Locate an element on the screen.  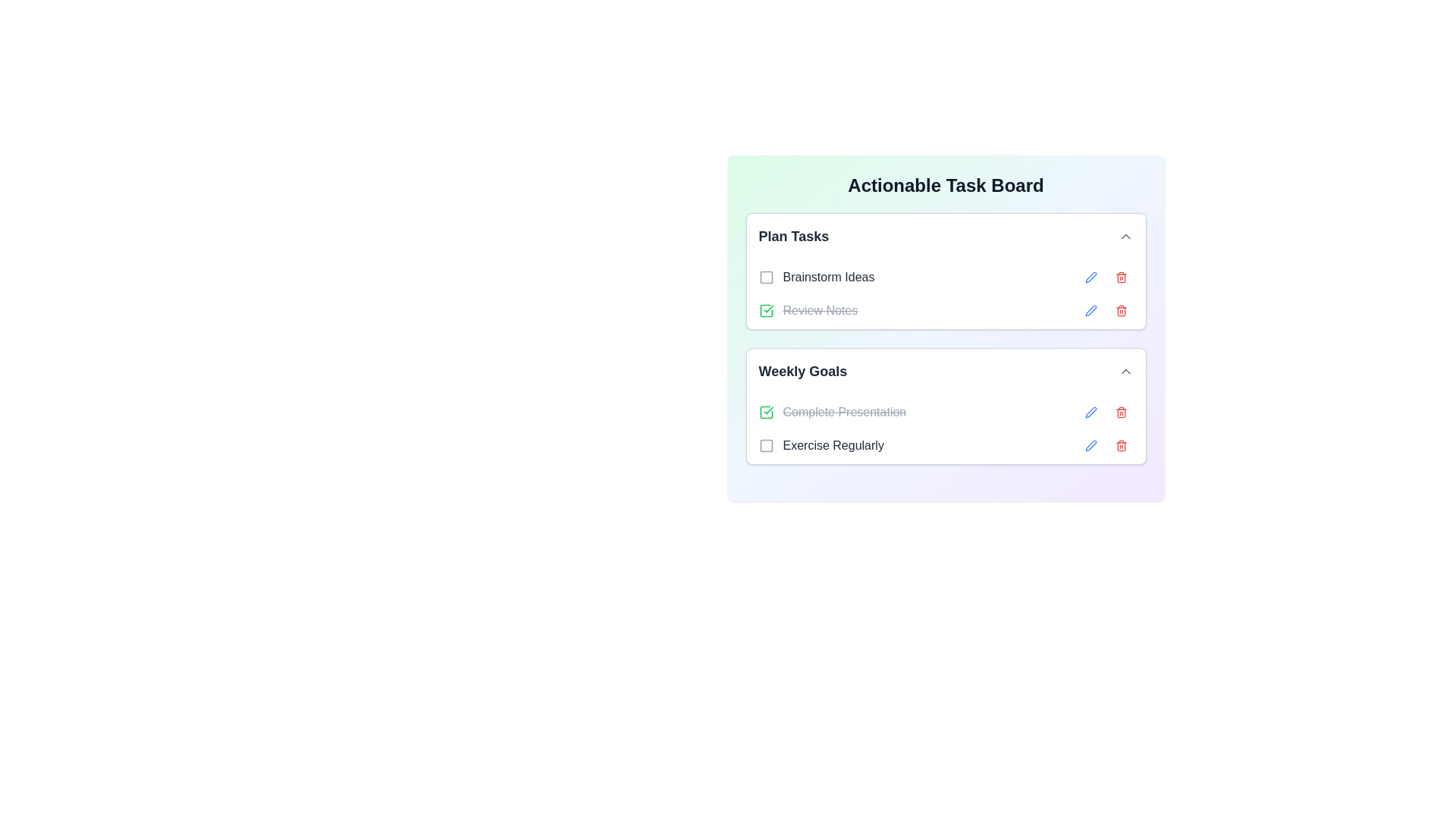
text from the title label located in the header of the second task group, which provides context for the associated list items below it is located at coordinates (802, 371).